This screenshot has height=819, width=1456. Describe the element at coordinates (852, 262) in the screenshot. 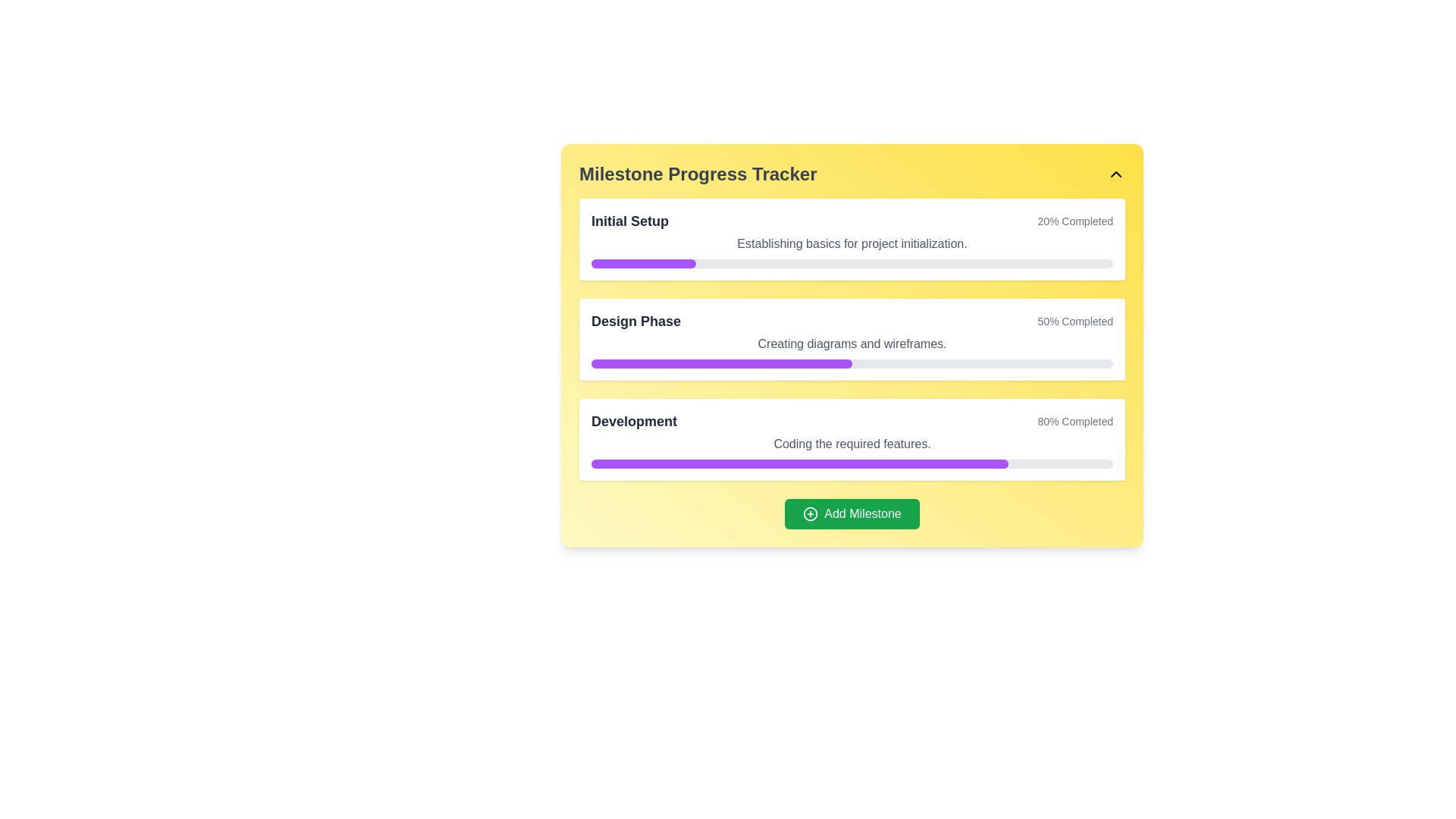

I see `the Progress Bar that visually represents the completion of the 'Initial Setup' milestone, located below the title 'Initial Setup' and above the section separator` at that location.